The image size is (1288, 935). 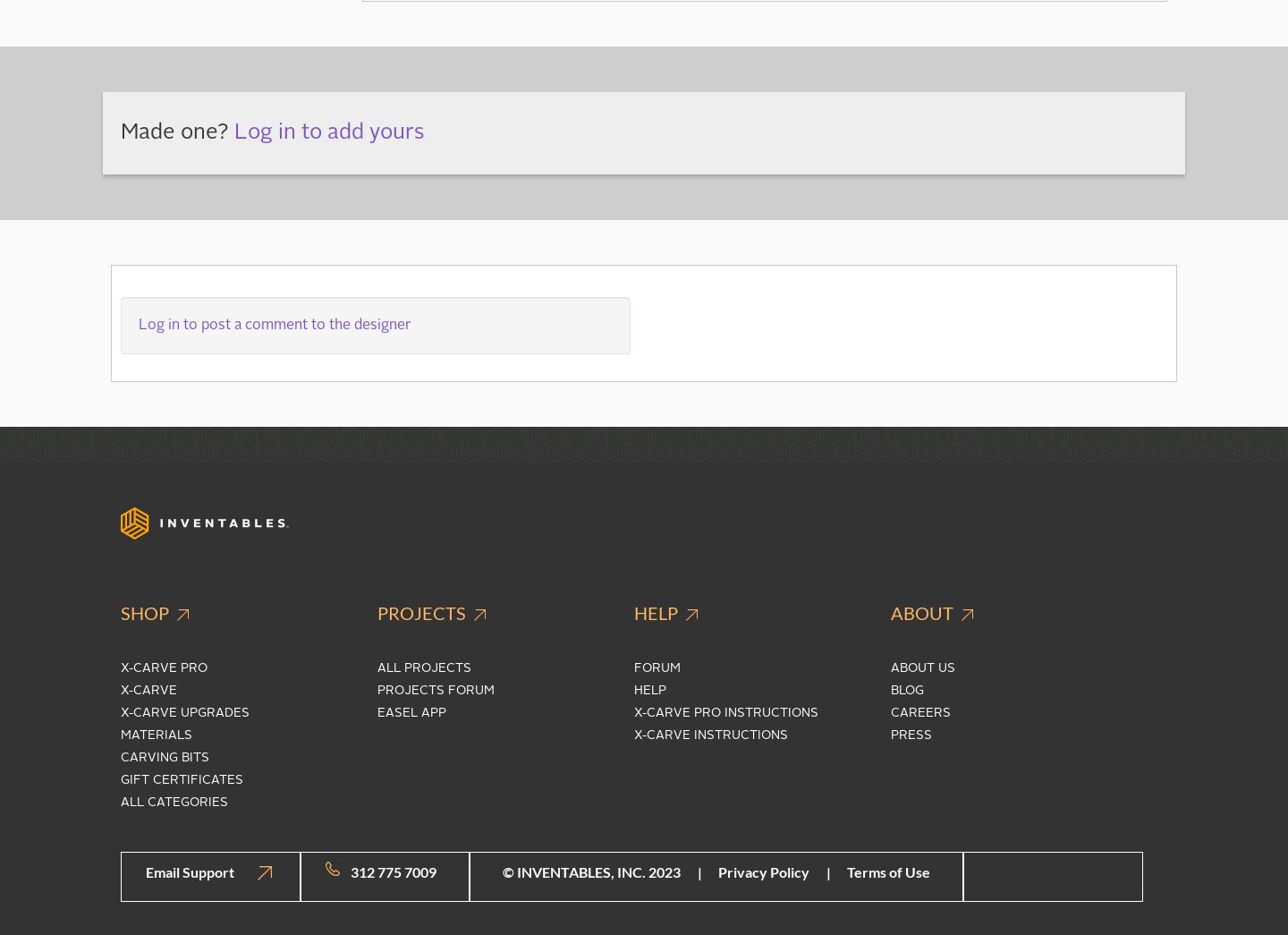 What do you see at coordinates (146, 611) in the screenshot?
I see `'Shop'` at bounding box center [146, 611].